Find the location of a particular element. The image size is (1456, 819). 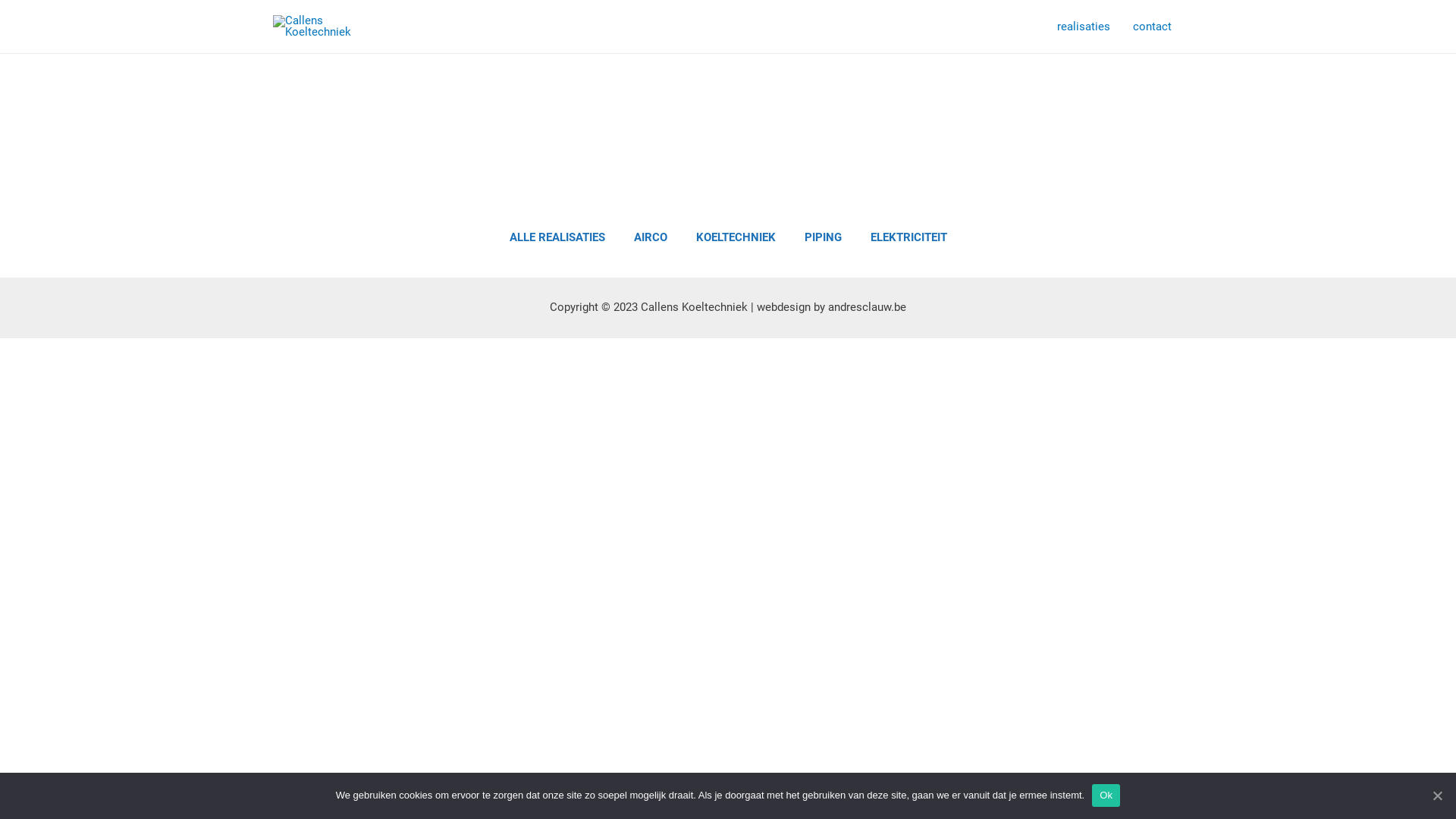

'PIPING' is located at coordinates (792, 237).